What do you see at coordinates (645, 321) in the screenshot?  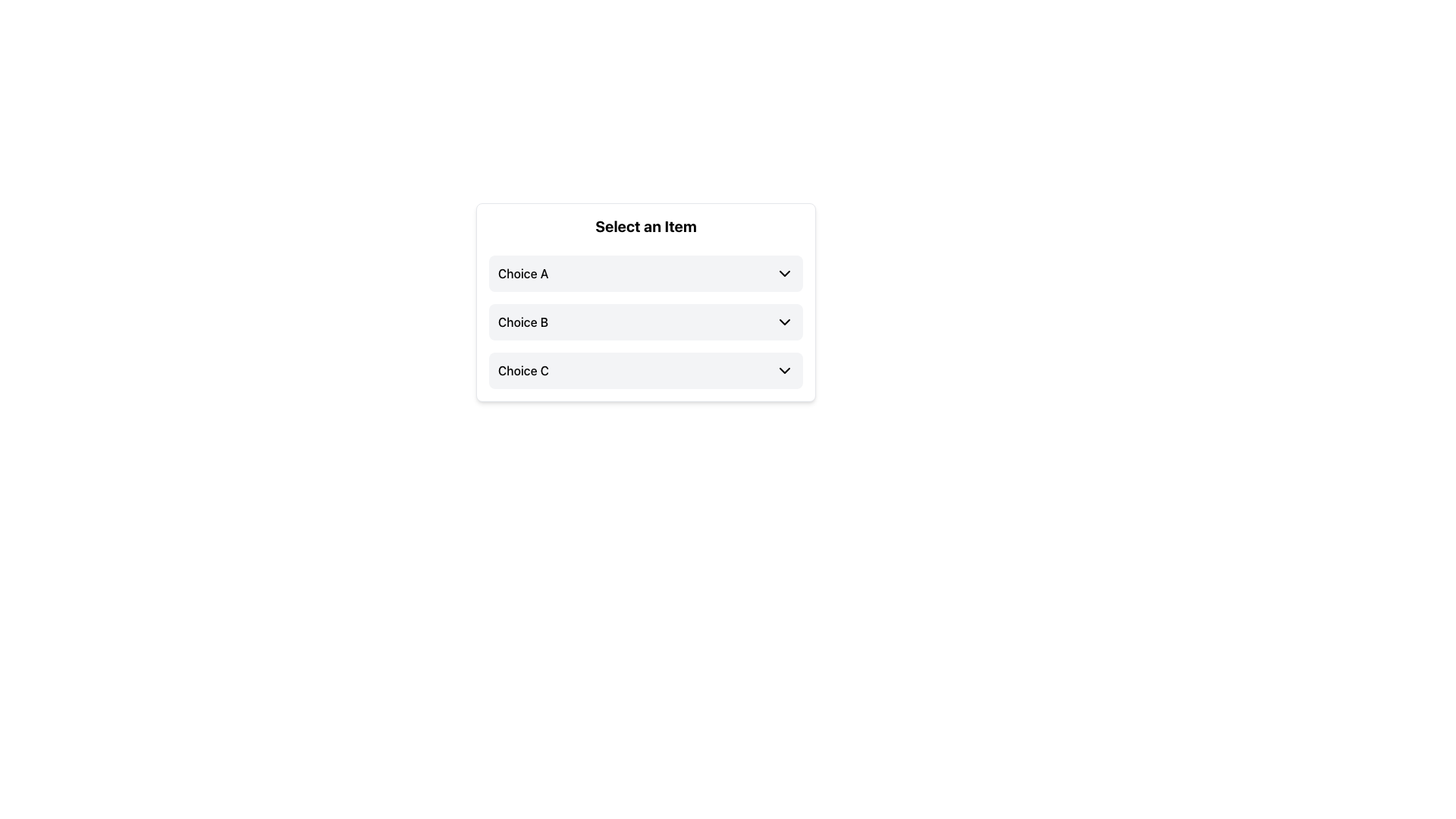 I see `the second option in the list labeled 'Choice B'` at bounding box center [645, 321].